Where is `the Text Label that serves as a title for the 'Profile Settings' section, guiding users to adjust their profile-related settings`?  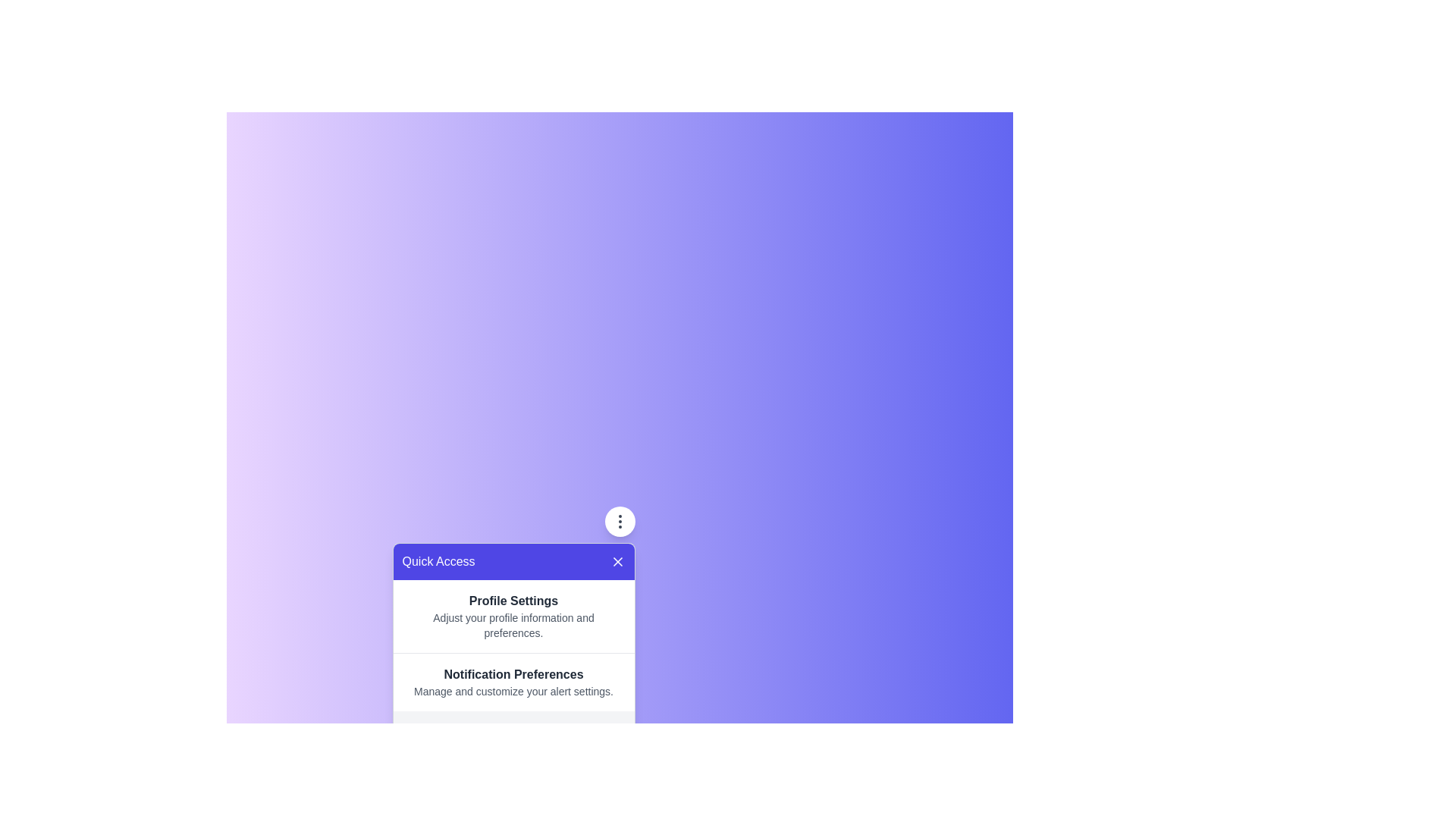
the Text Label that serves as a title for the 'Profile Settings' section, guiding users to adjust their profile-related settings is located at coordinates (513, 601).